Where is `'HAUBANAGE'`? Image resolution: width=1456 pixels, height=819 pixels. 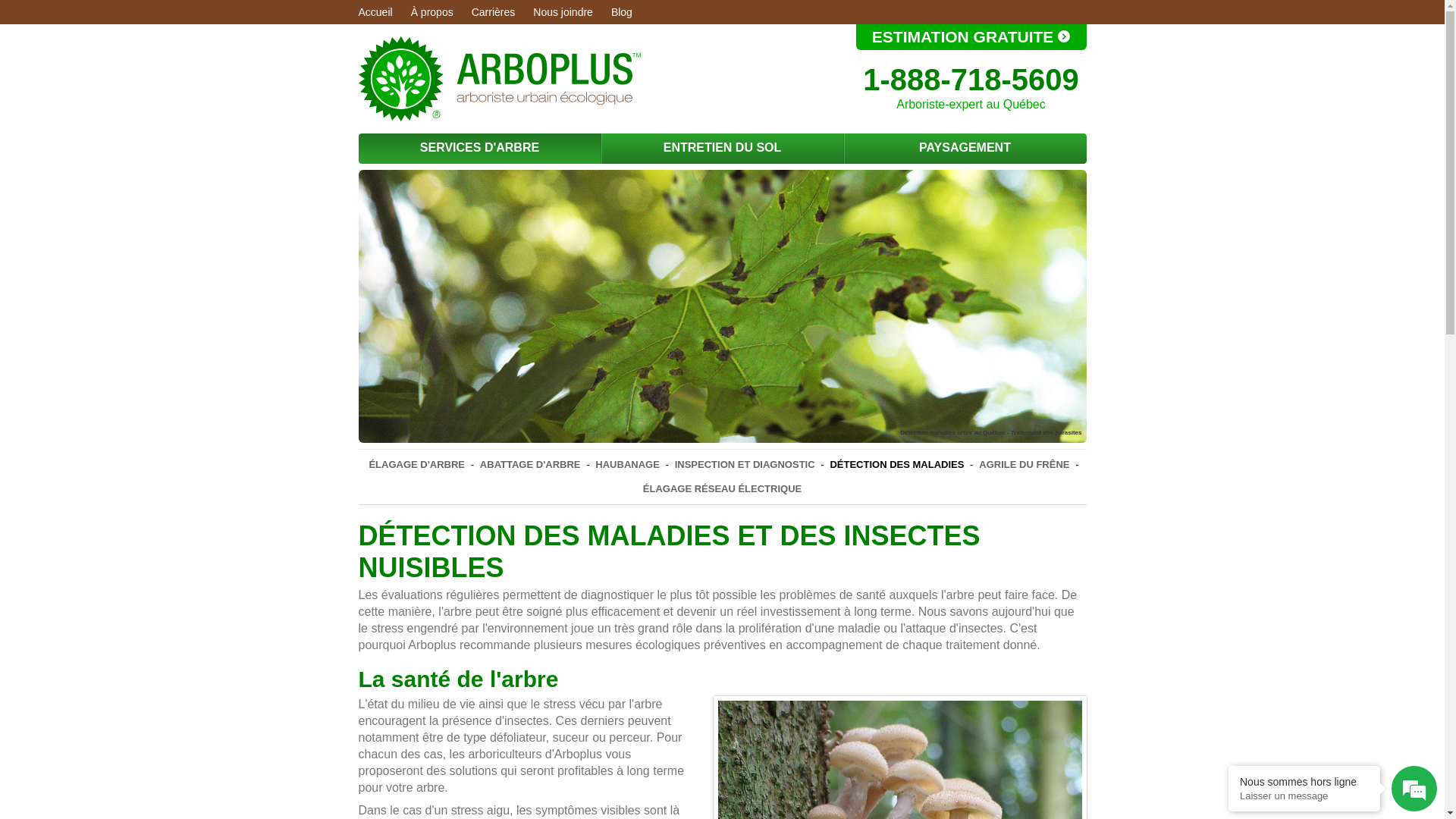
'HAUBANAGE' is located at coordinates (591, 463).